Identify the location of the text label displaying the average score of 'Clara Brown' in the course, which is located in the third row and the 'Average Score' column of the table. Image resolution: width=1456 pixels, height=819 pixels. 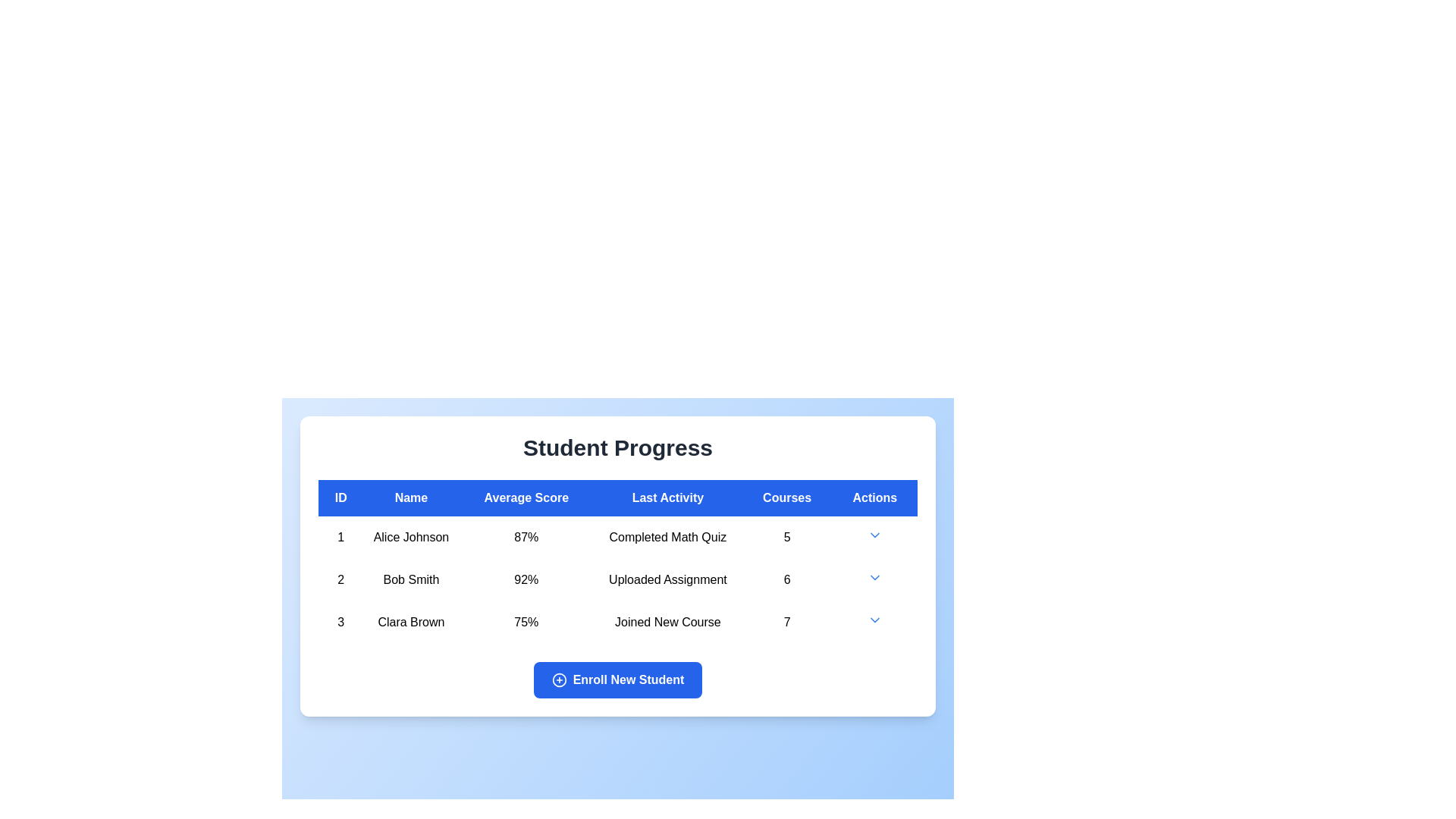
(526, 623).